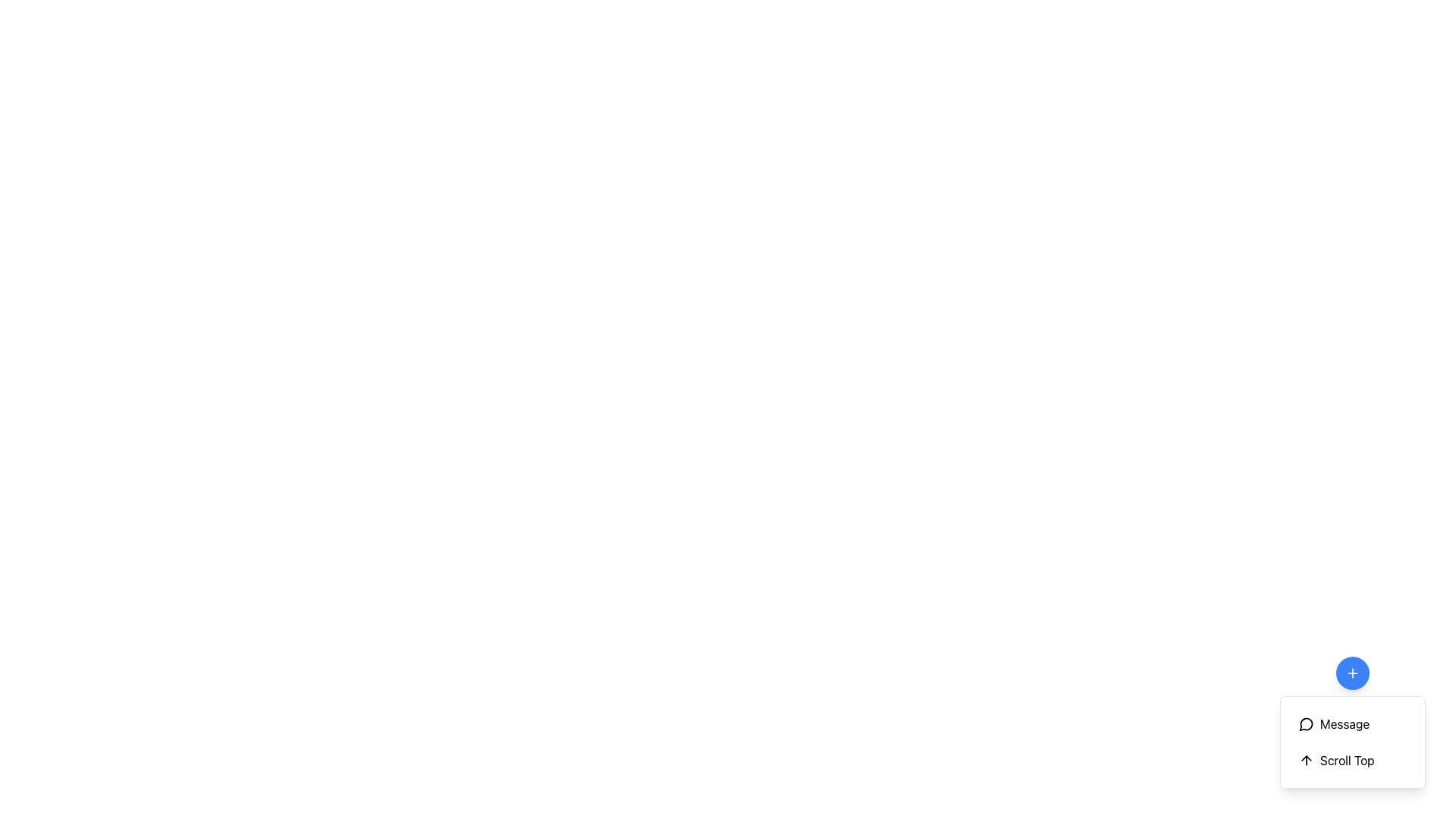  Describe the element at coordinates (1353, 721) in the screenshot. I see `the interactive menu option located in the bottom-right corner of the interface, positioned between the 'Message' option above and the 'Scroll Top' option below` at that location.